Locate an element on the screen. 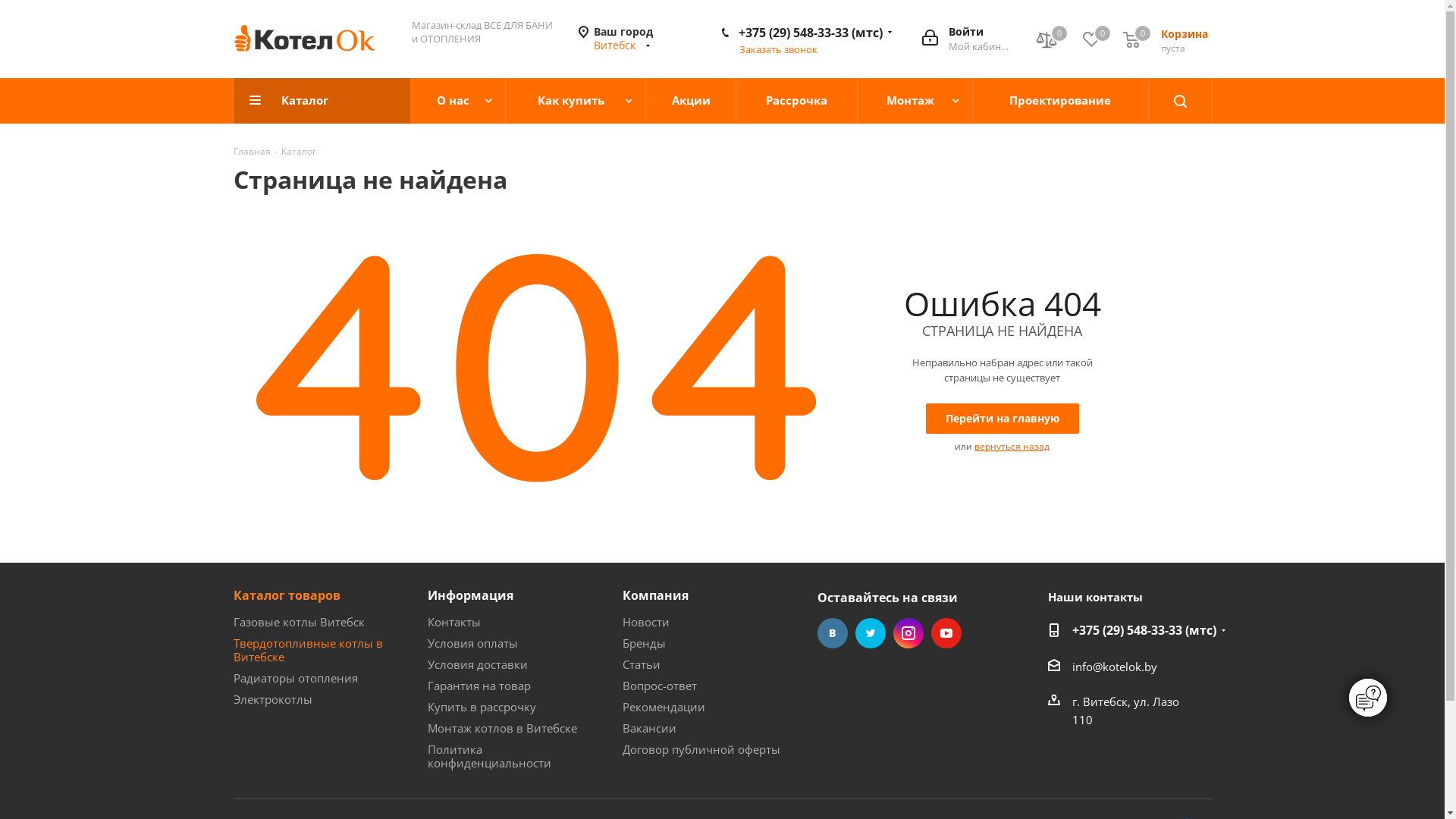 The width and height of the screenshot is (1456, 819). 'Instagram' is located at coordinates (908, 632).